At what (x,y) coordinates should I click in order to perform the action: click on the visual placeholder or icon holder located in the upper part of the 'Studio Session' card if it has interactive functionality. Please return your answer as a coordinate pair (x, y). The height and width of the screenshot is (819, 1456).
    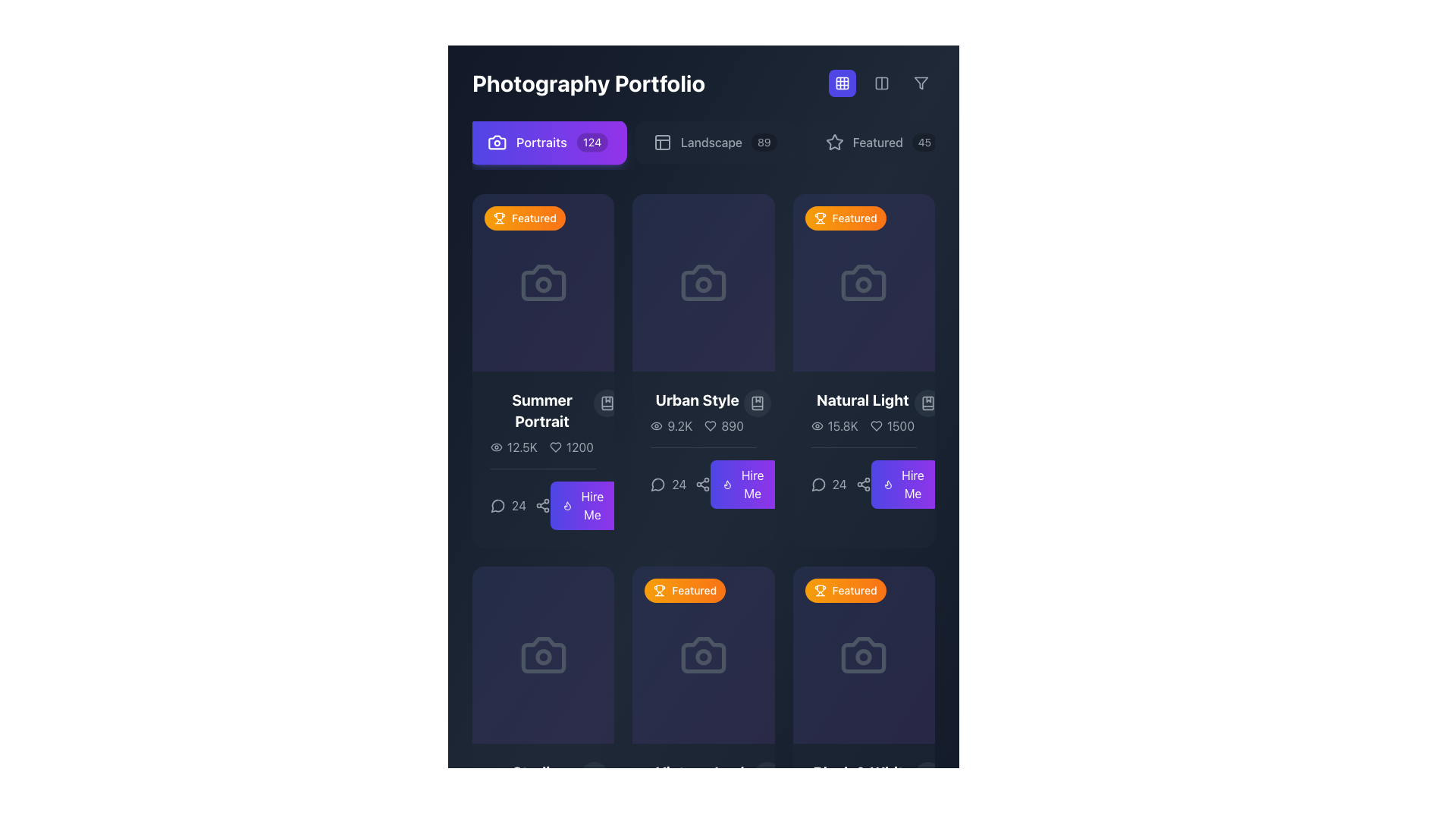
    Looking at the image, I should click on (543, 654).